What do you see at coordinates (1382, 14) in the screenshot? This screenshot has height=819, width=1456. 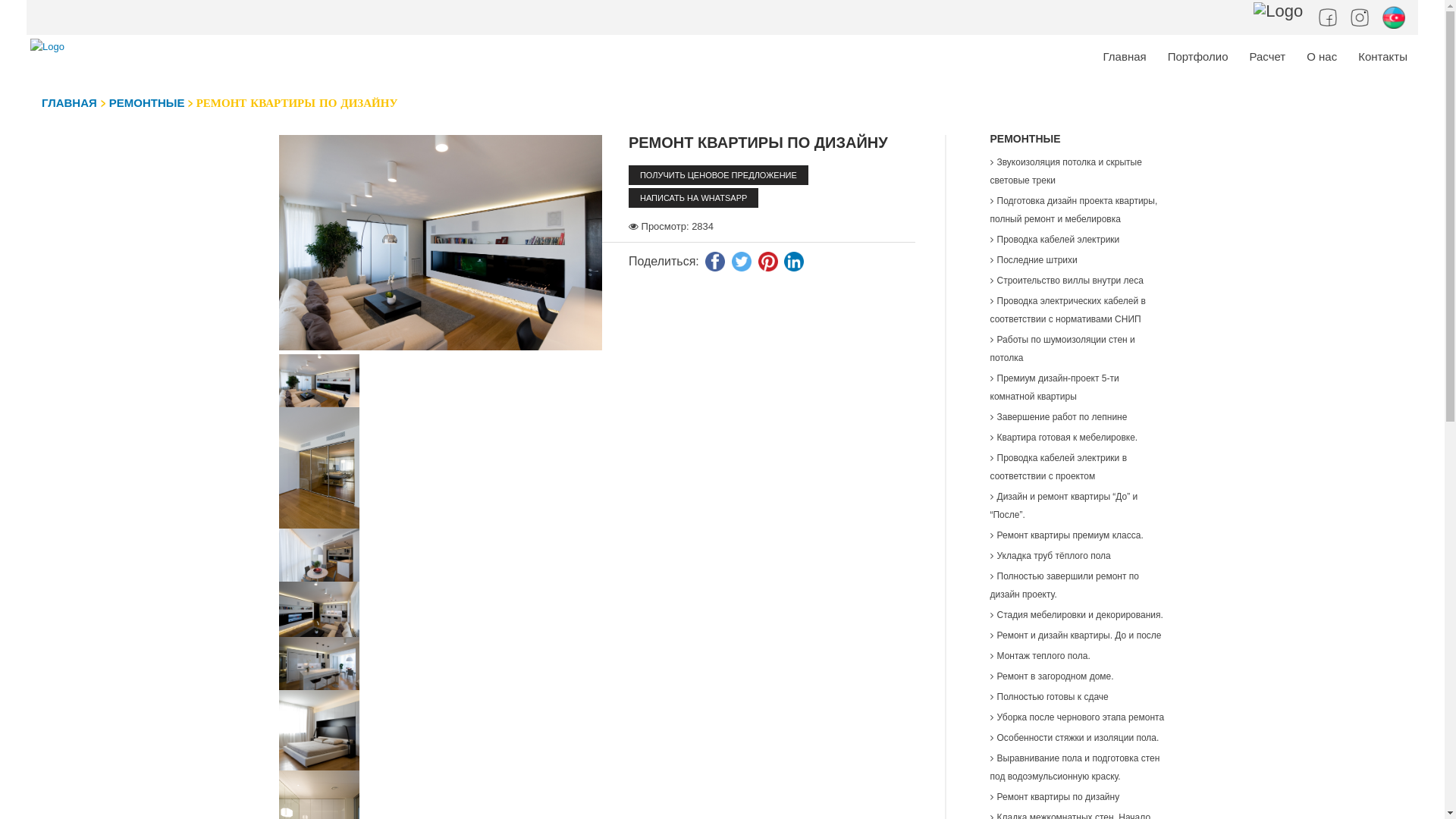 I see `'Lang-Azerbaijani'` at bounding box center [1382, 14].